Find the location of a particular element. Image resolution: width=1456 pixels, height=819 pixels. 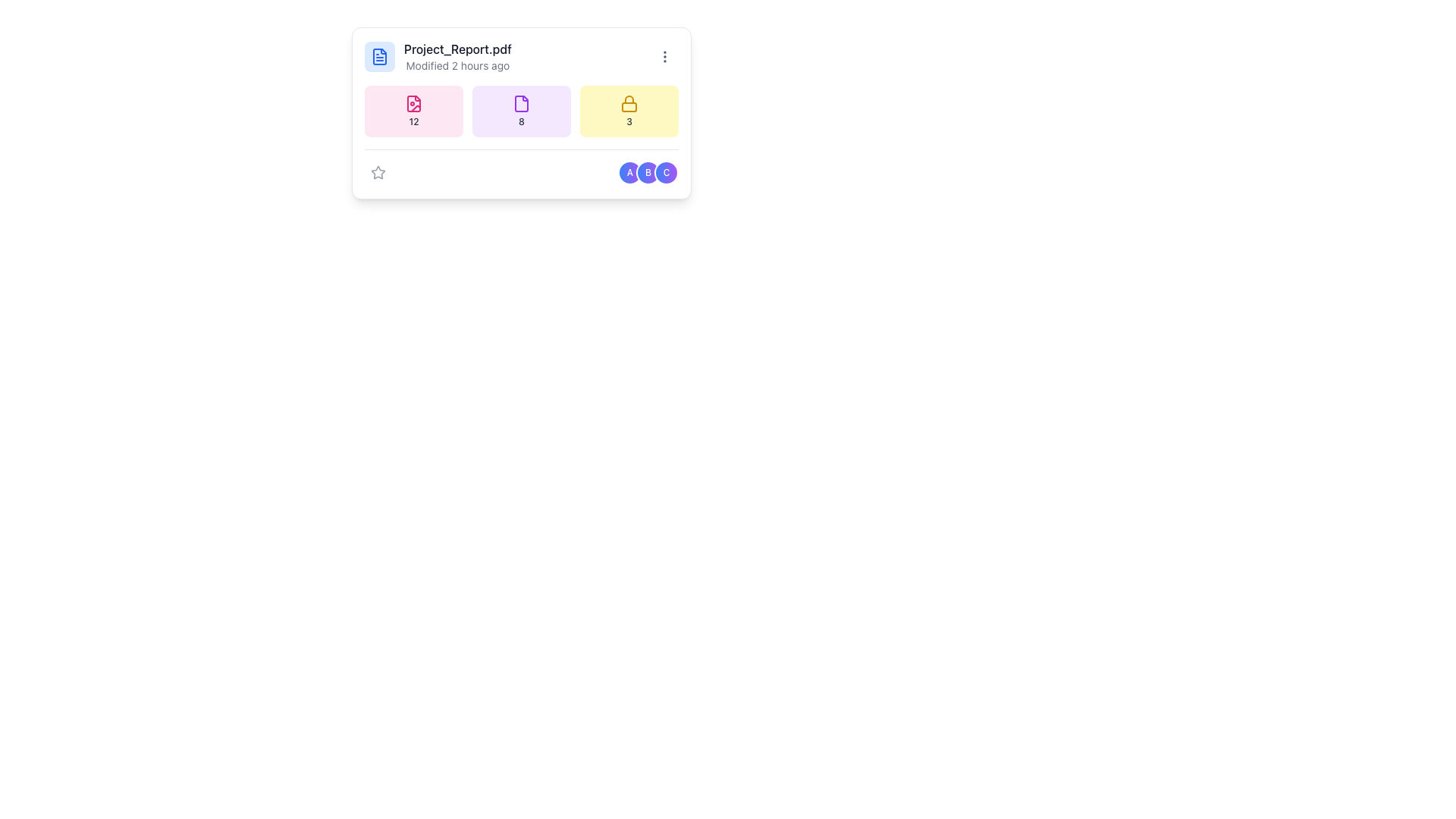

the ellipsis (three-dot) icon located to the far right of the file information for 'Project_Report.pdf' to enable keyboard navigation is located at coordinates (665, 55).